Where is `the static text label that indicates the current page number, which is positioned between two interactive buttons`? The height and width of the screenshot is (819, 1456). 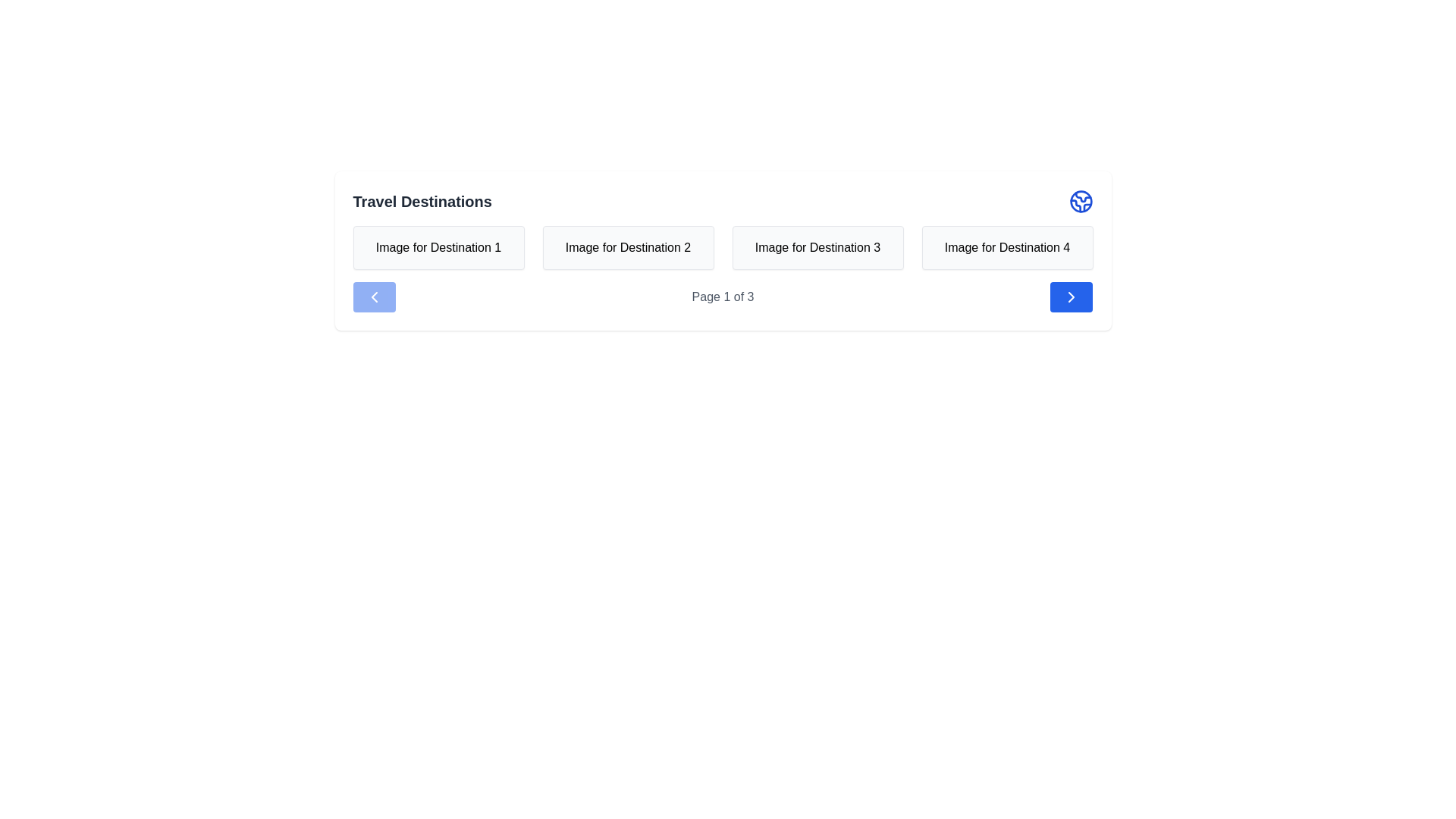
the static text label that indicates the current page number, which is positioned between two interactive buttons is located at coordinates (722, 297).